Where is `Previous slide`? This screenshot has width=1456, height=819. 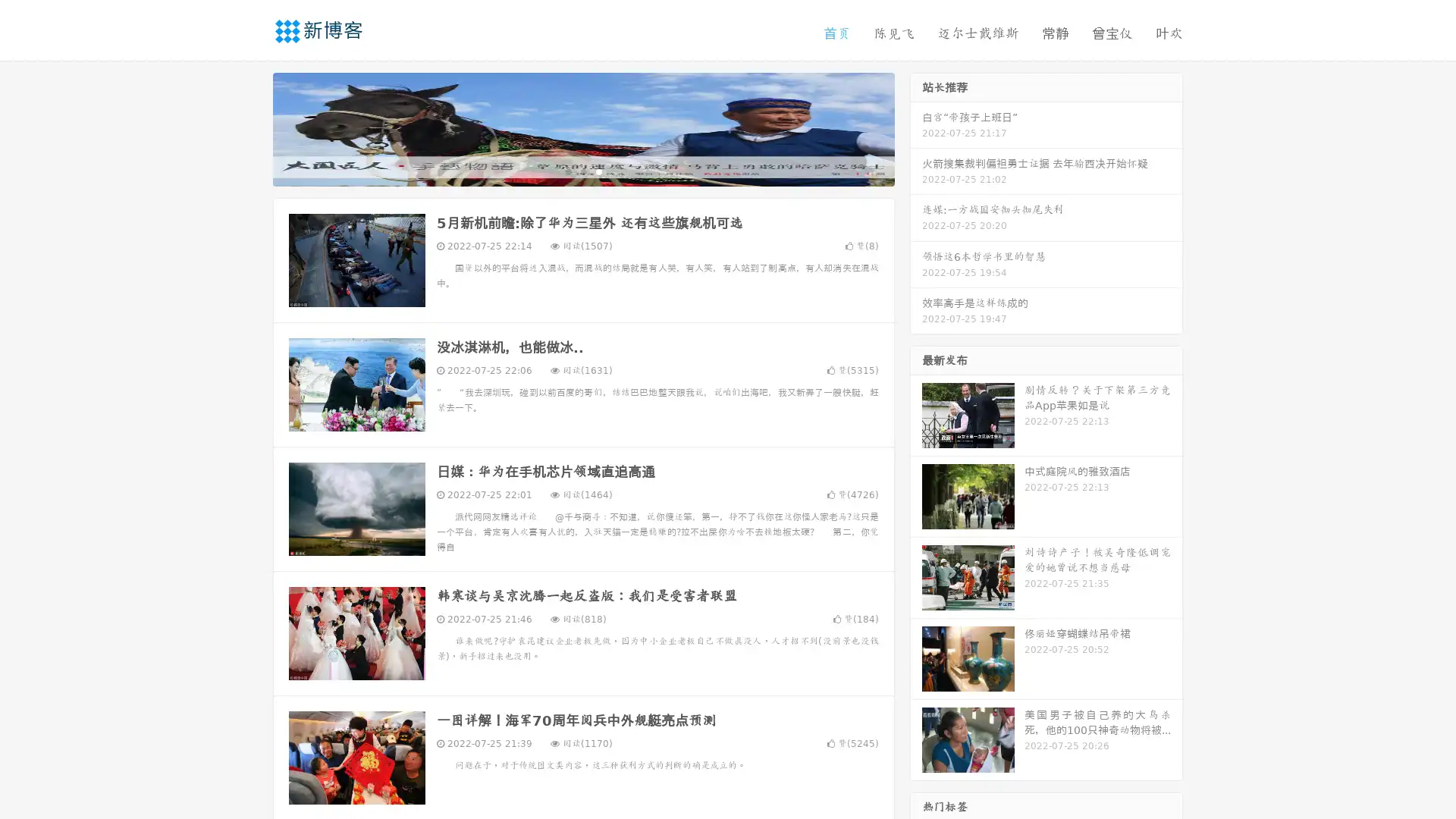
Previous slide is located at coordinates (250, 127).